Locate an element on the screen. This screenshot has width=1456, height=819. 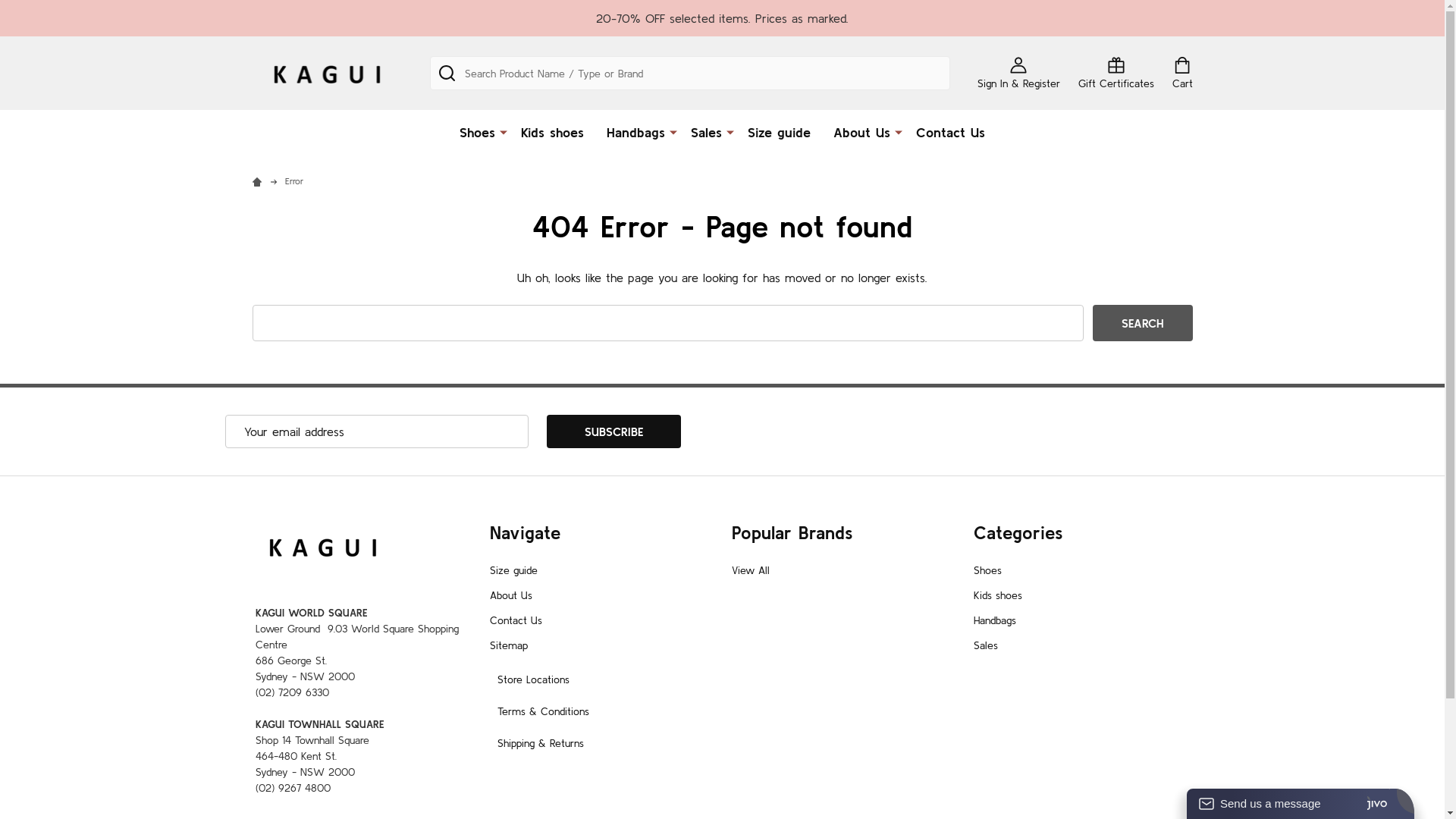
'More' is located at coordinates (899, 130).